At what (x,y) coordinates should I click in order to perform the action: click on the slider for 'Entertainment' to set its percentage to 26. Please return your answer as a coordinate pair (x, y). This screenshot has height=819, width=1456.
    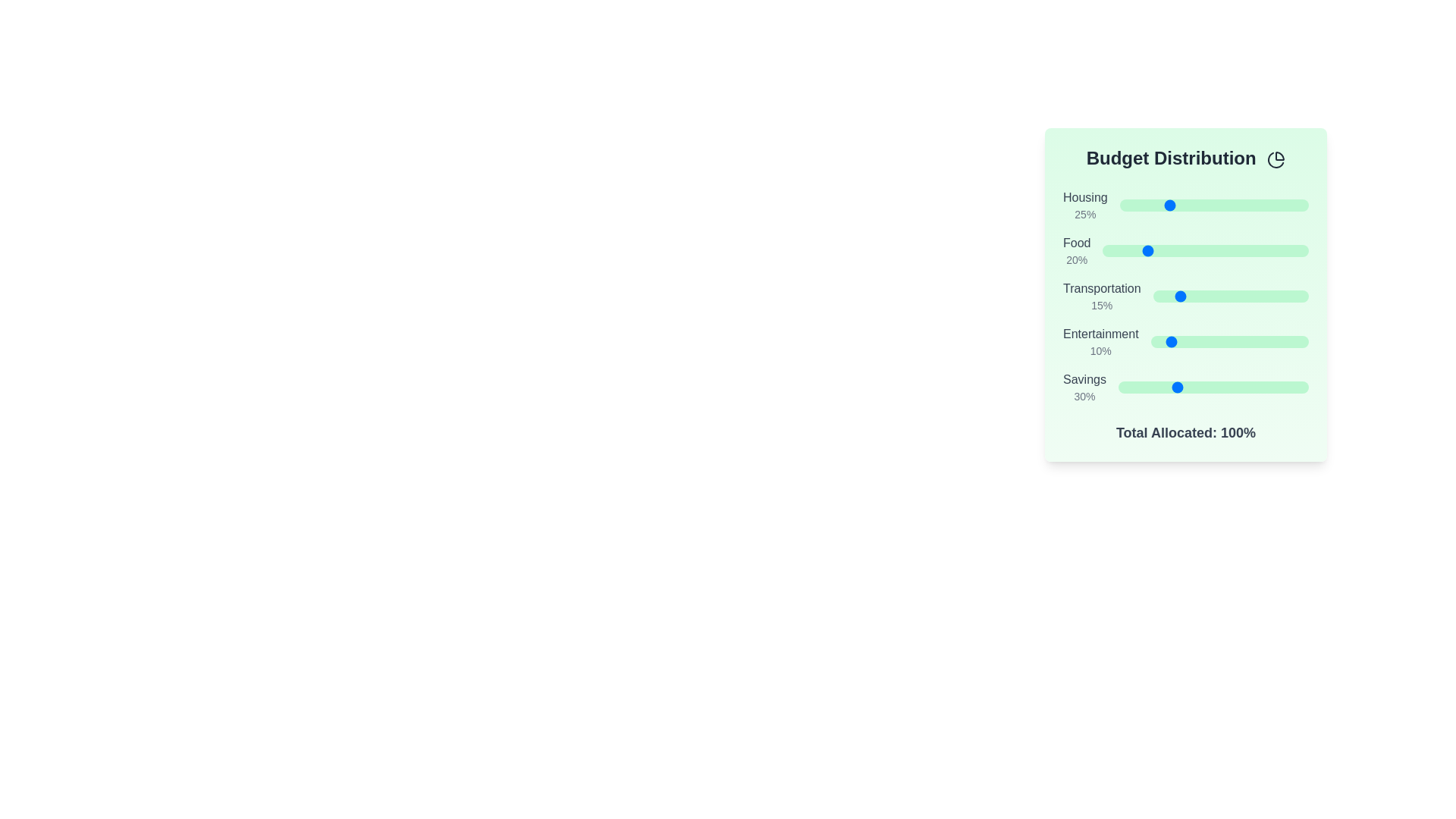
    Looking at the image, I should click on (1191, 342).